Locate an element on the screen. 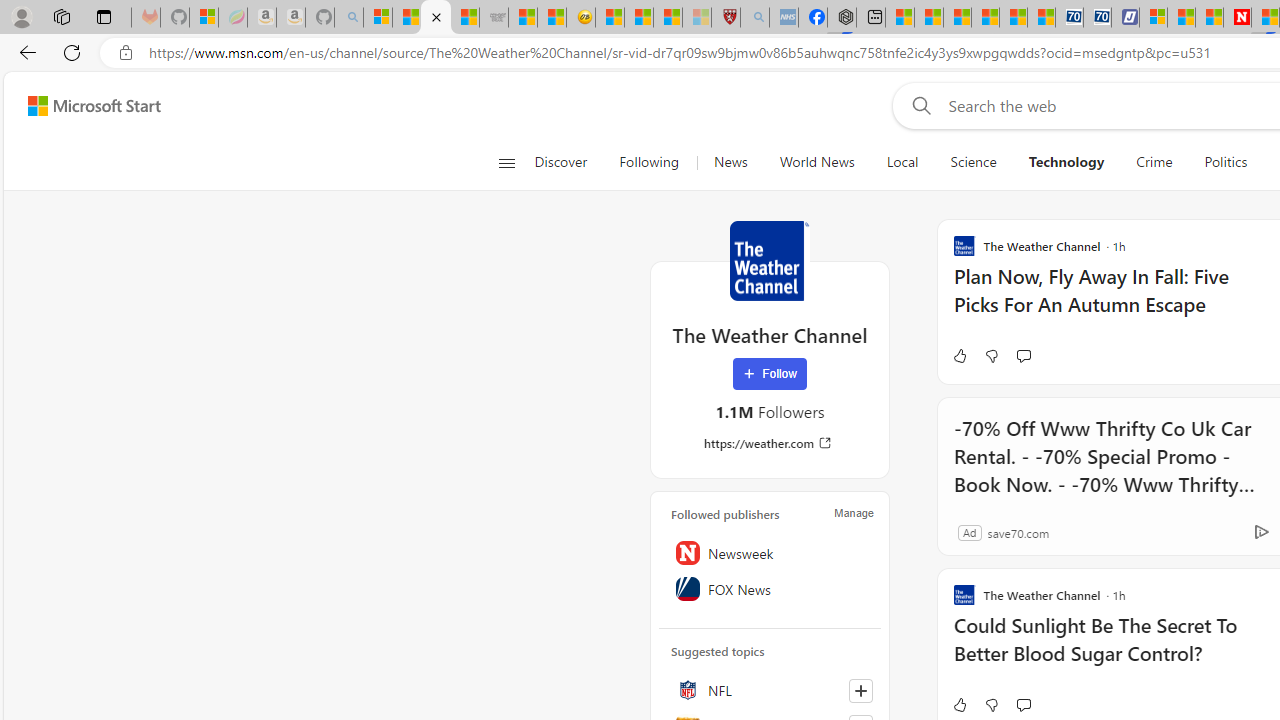 The width and height of the screenshot is (1280, 720). 'https://weather.com' is located at coordinates (768, 442).